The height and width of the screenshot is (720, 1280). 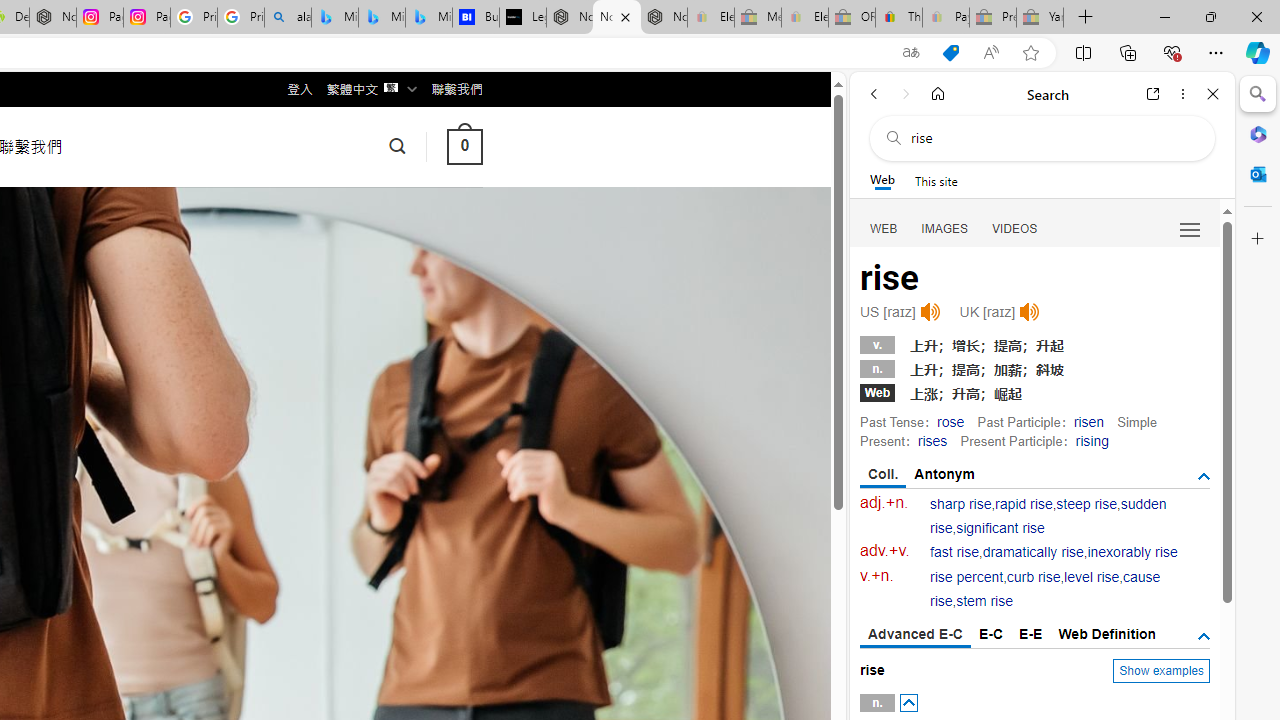 I want to click on 'Antonym', so click(x=944, y=474).